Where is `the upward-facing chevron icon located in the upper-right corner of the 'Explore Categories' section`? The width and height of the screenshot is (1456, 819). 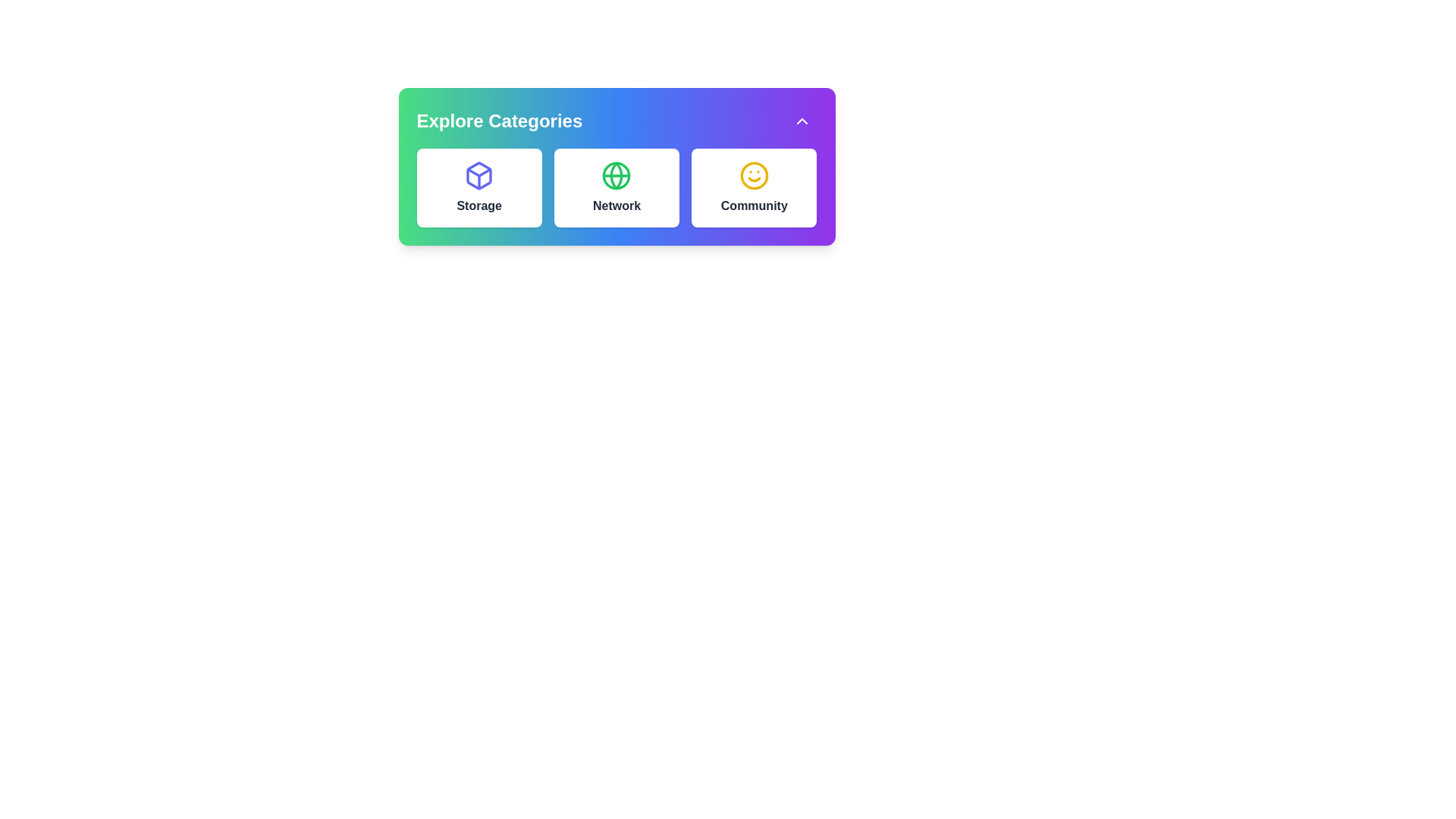
the upward-facing chevron icon located in the upper-right corner of the 'Explore Categories' section is located at coordinates (801, 120).